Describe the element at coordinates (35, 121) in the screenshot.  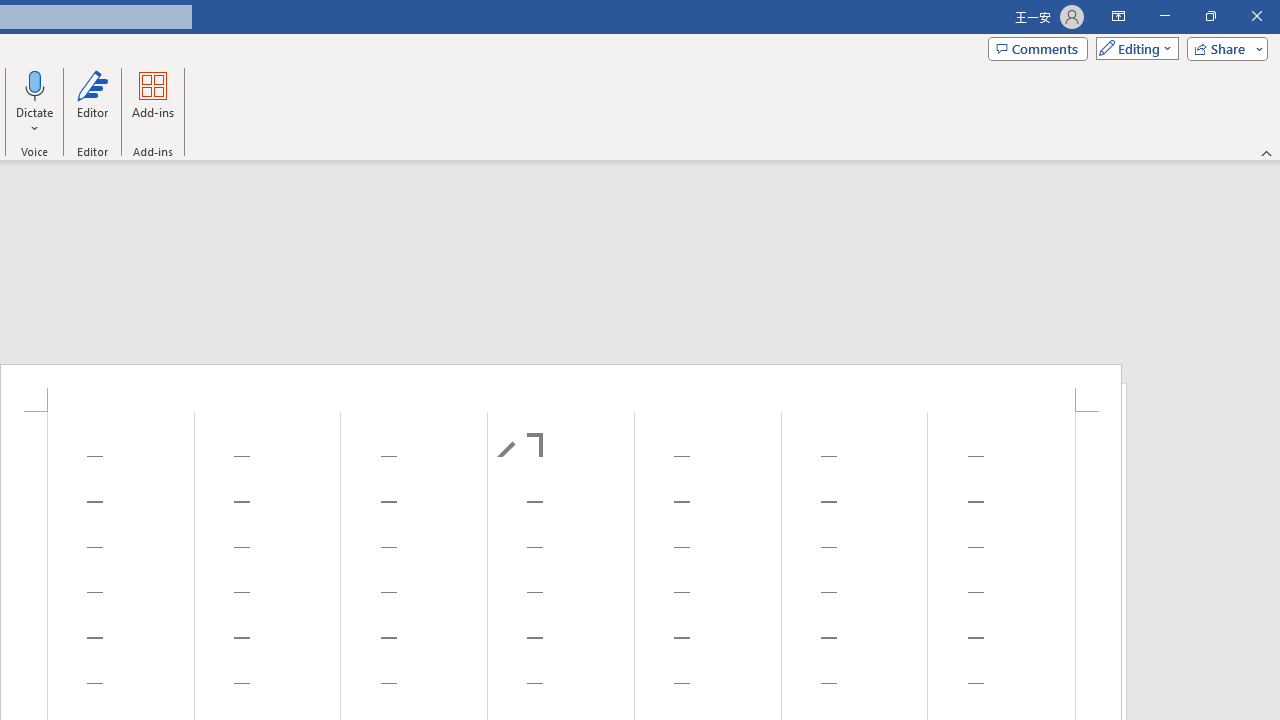
I see `'More Options'` at that location.